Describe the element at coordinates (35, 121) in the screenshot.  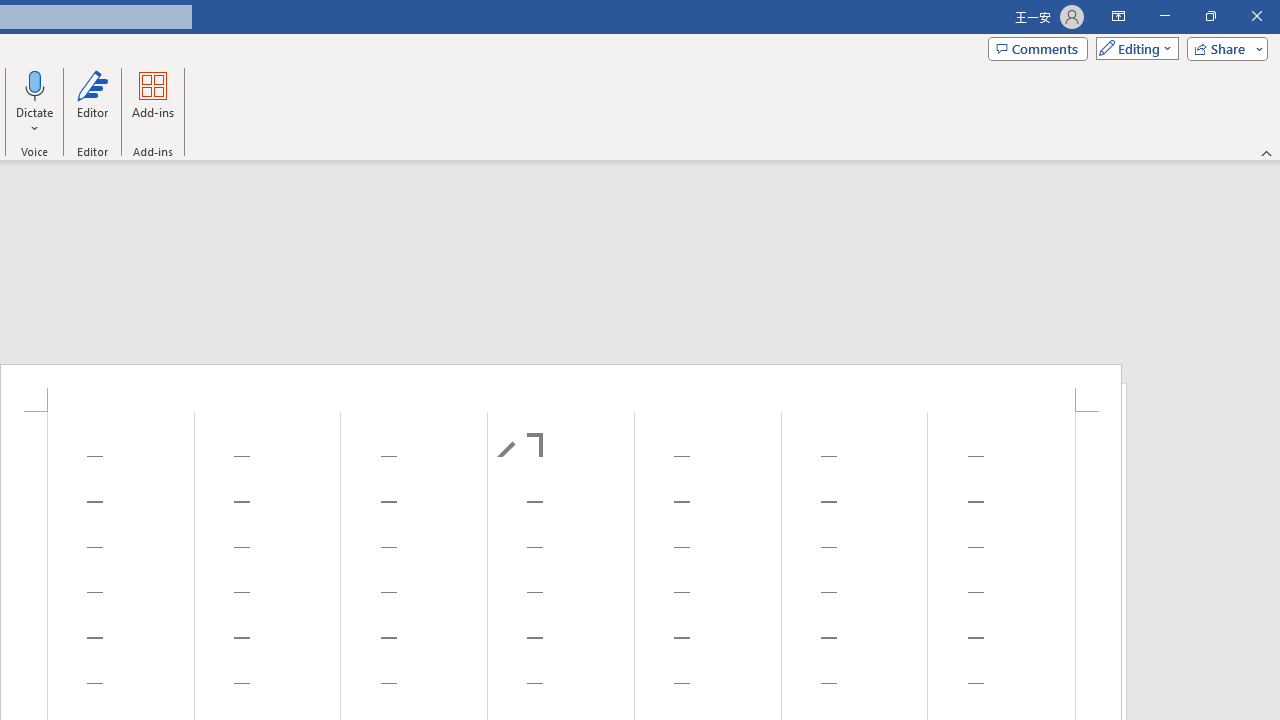
I see `'More Options'` at that location.